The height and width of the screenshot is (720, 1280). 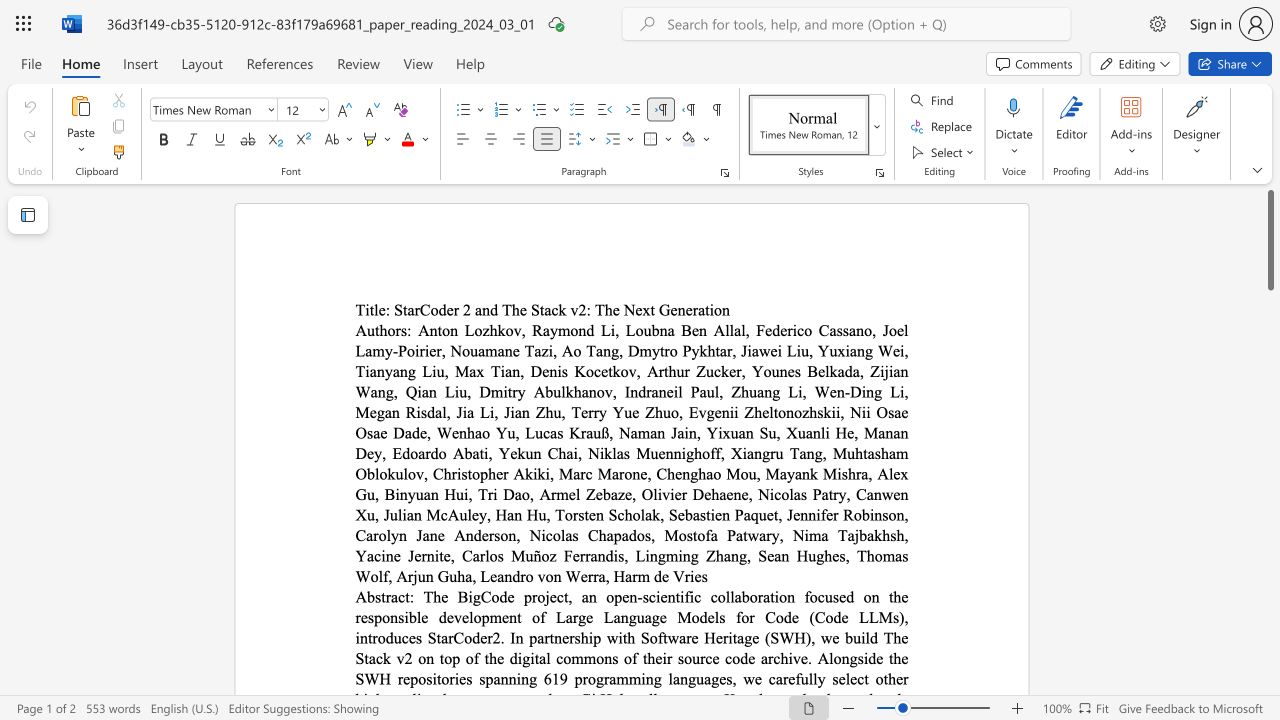 What do you see at coordinates (455, 310) in the screenshot?
I see `the 2th character "r" in the text` at bounding box center [455, 310].